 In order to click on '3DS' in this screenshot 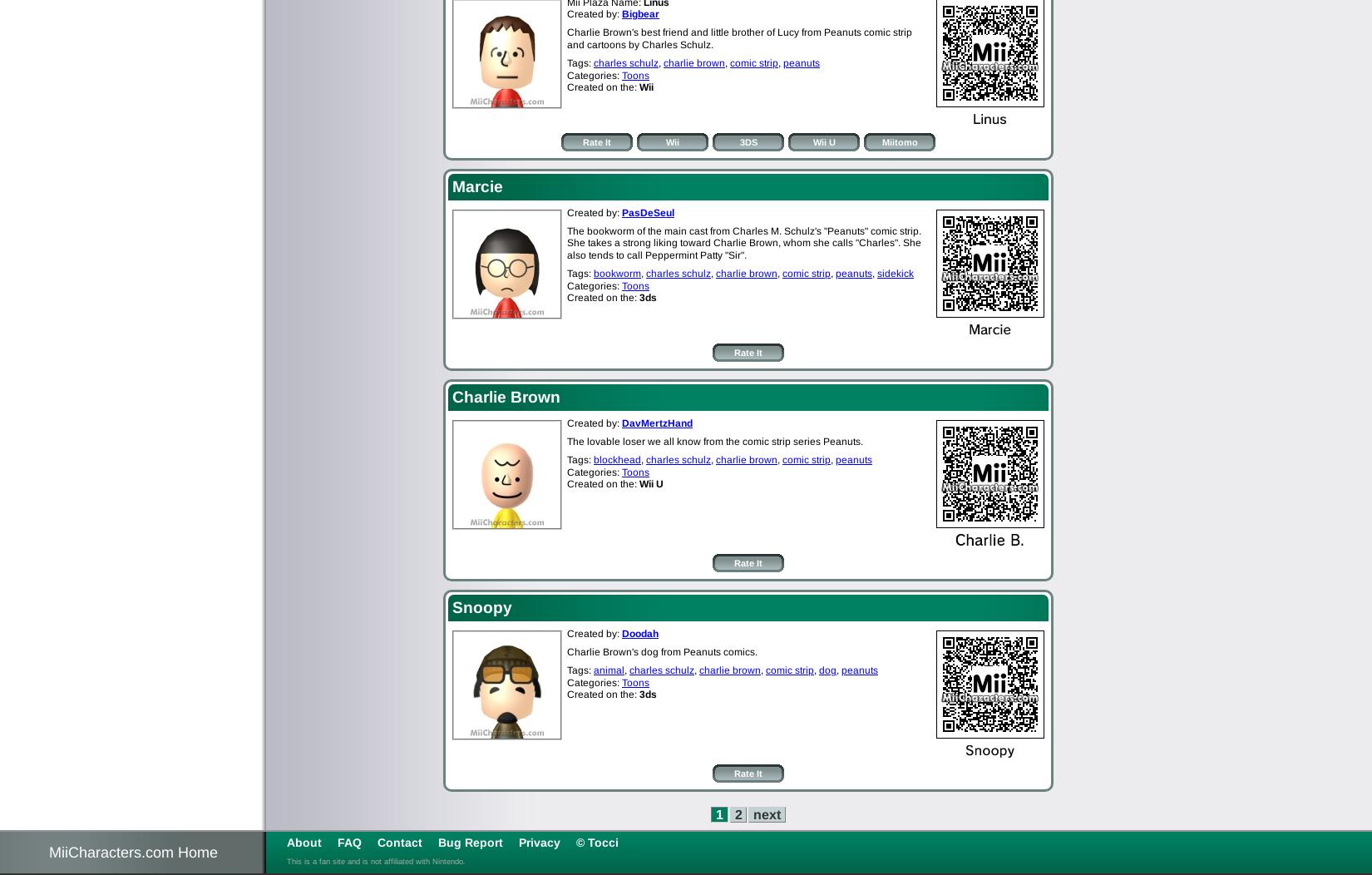, I will do `click(748, 141)`.